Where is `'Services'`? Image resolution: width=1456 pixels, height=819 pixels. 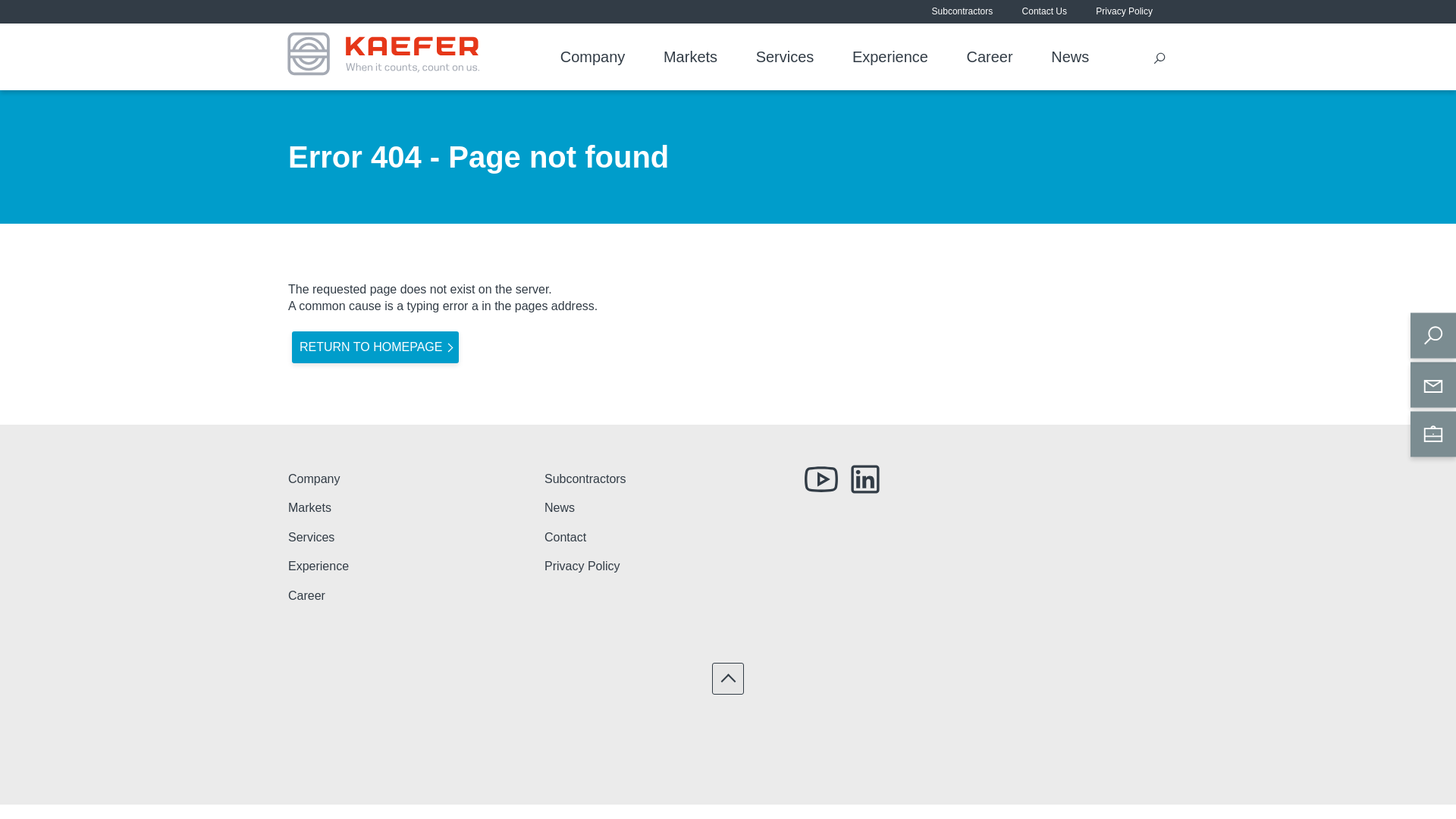 'Services' is located at coordinates (785, 57).